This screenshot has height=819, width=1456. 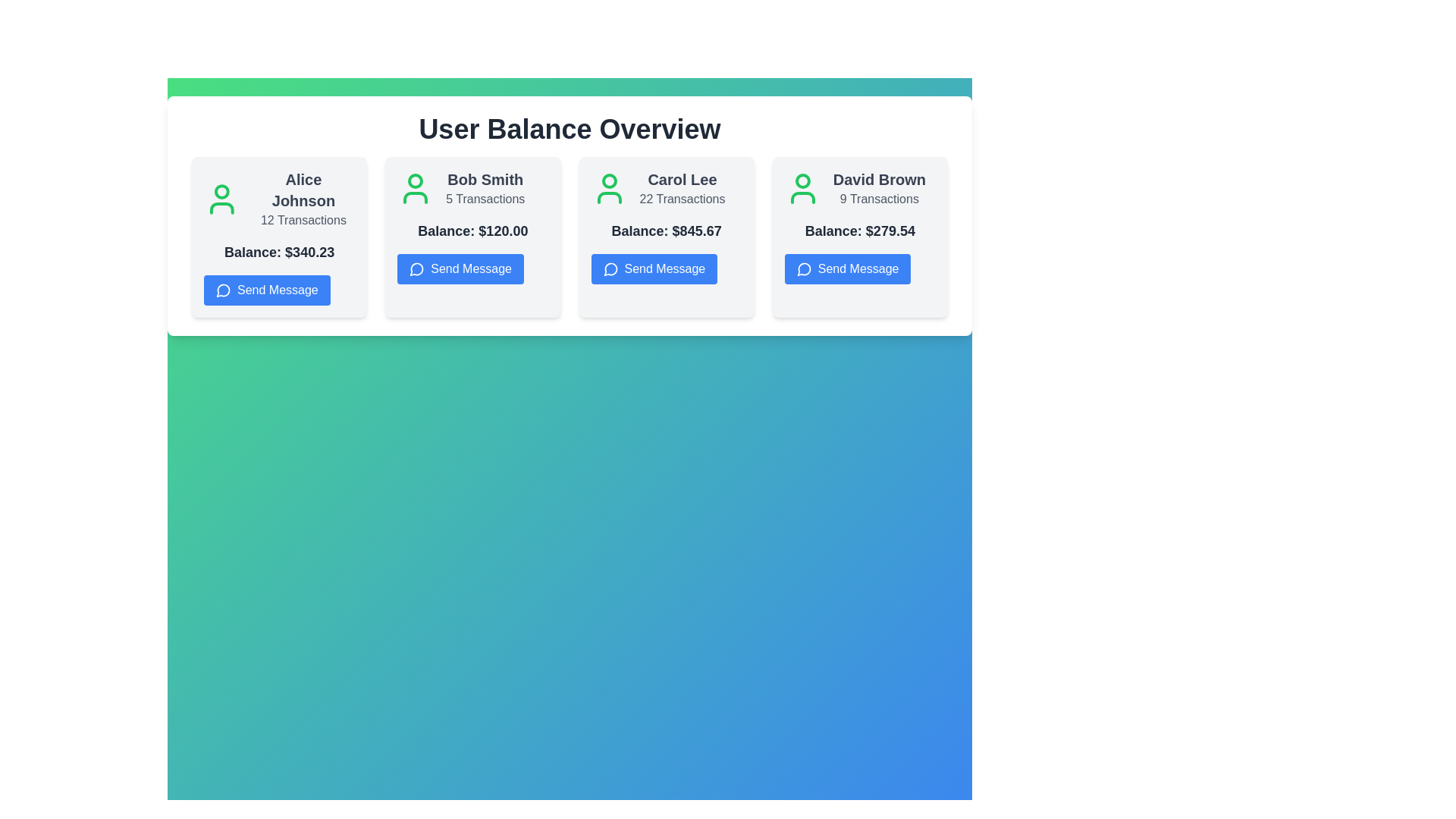 What do you see at coordinates (681, 198) in the screenshot?
I see `the text label displaying the number of transactions for 'Carol Lee', located in the third user card from the left, below the user's name and above the balance amount` at bounding box center [681, 198].